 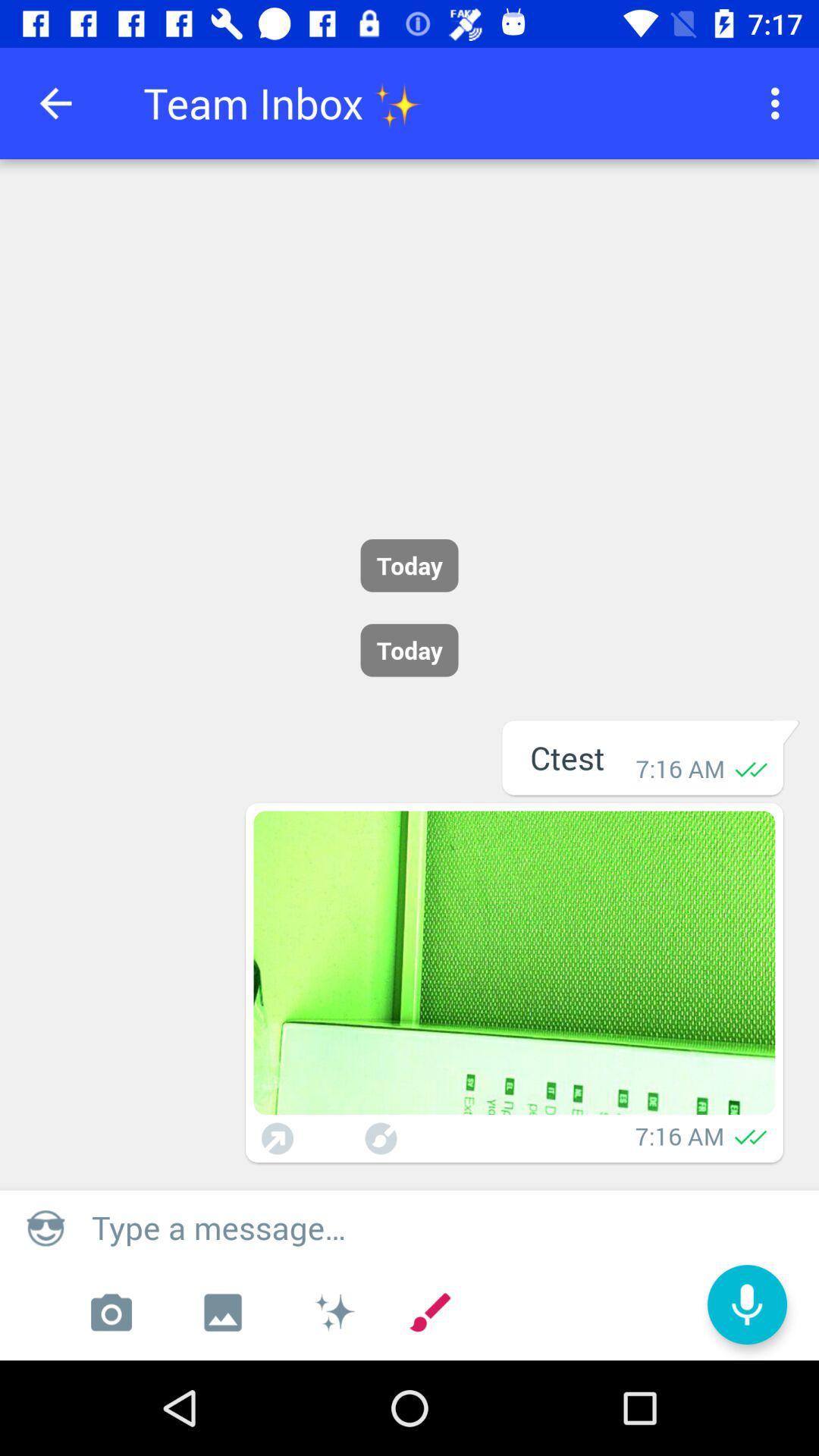 What do you see at coordinates (333, 1312) in the screenshot?
I see `stickers` at bounding box center [333, 1312].